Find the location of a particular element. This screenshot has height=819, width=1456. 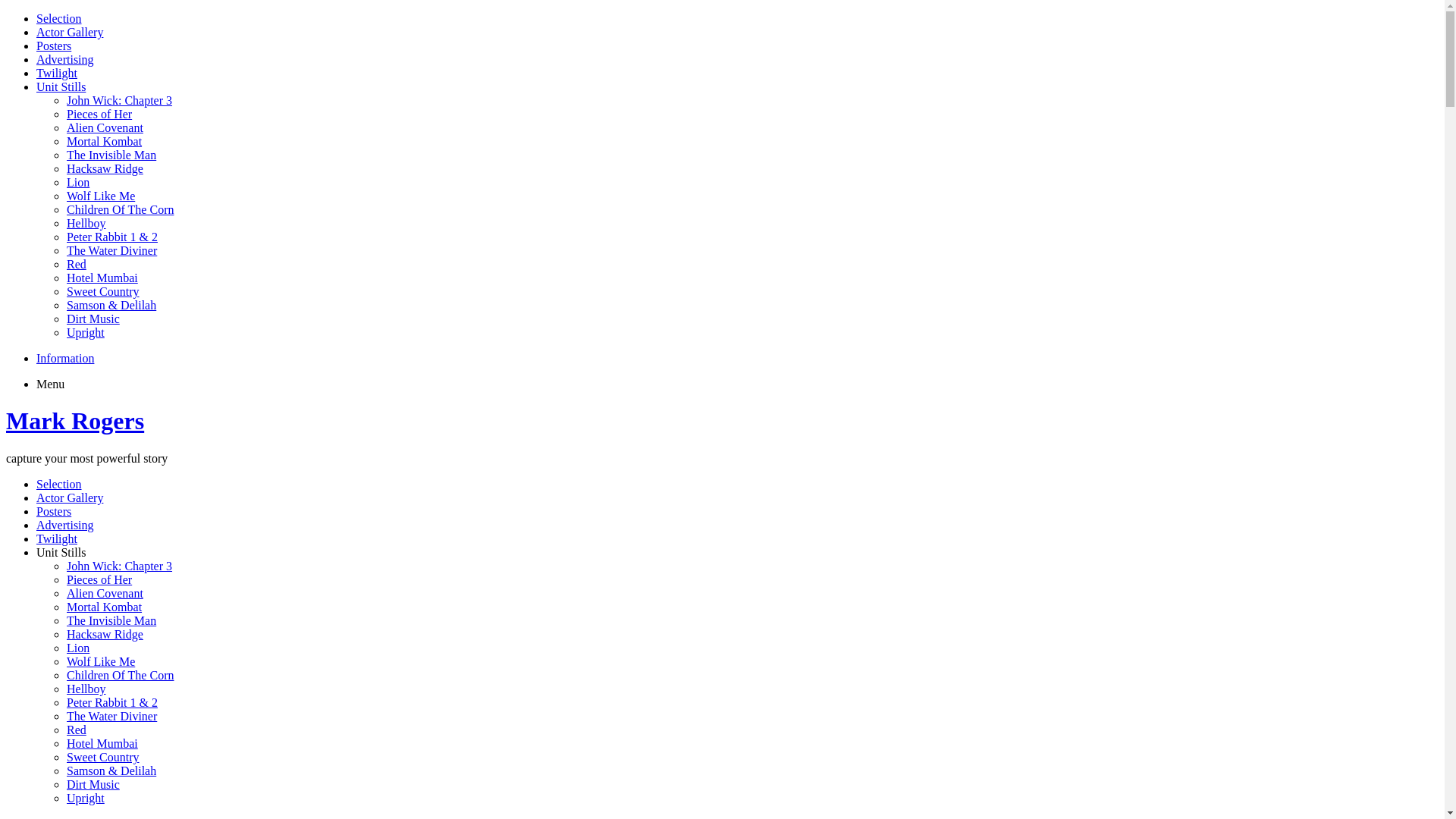

'Samson & Delilah' is located at coordinates (111, 770).